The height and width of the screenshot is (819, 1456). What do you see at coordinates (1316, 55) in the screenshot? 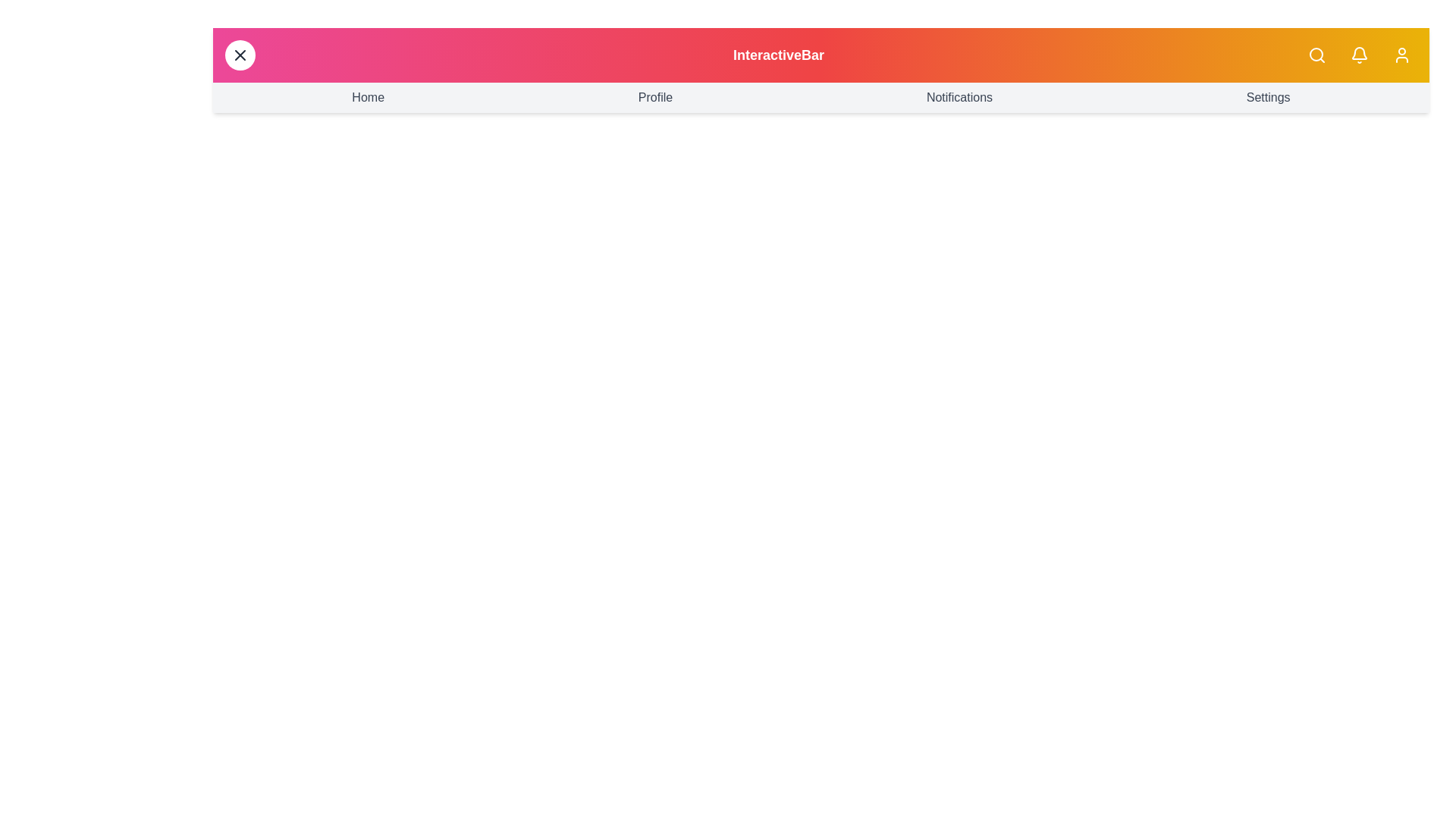
I see `search icon to initiate a search` at bounding box center [1316, 55].